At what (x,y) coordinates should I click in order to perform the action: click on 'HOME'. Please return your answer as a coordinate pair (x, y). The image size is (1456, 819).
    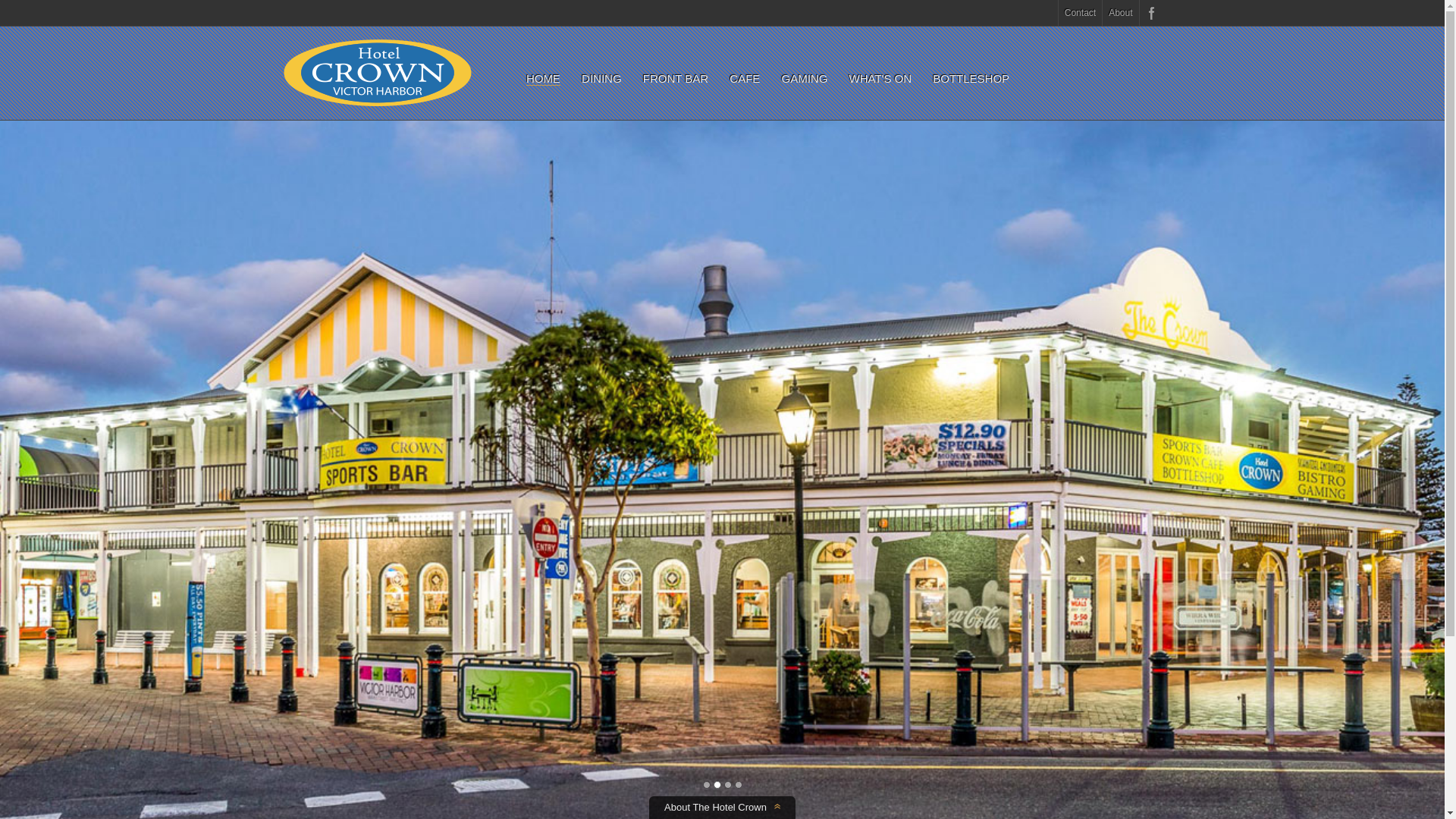
    Looking at the image, I should click on (526, 79).